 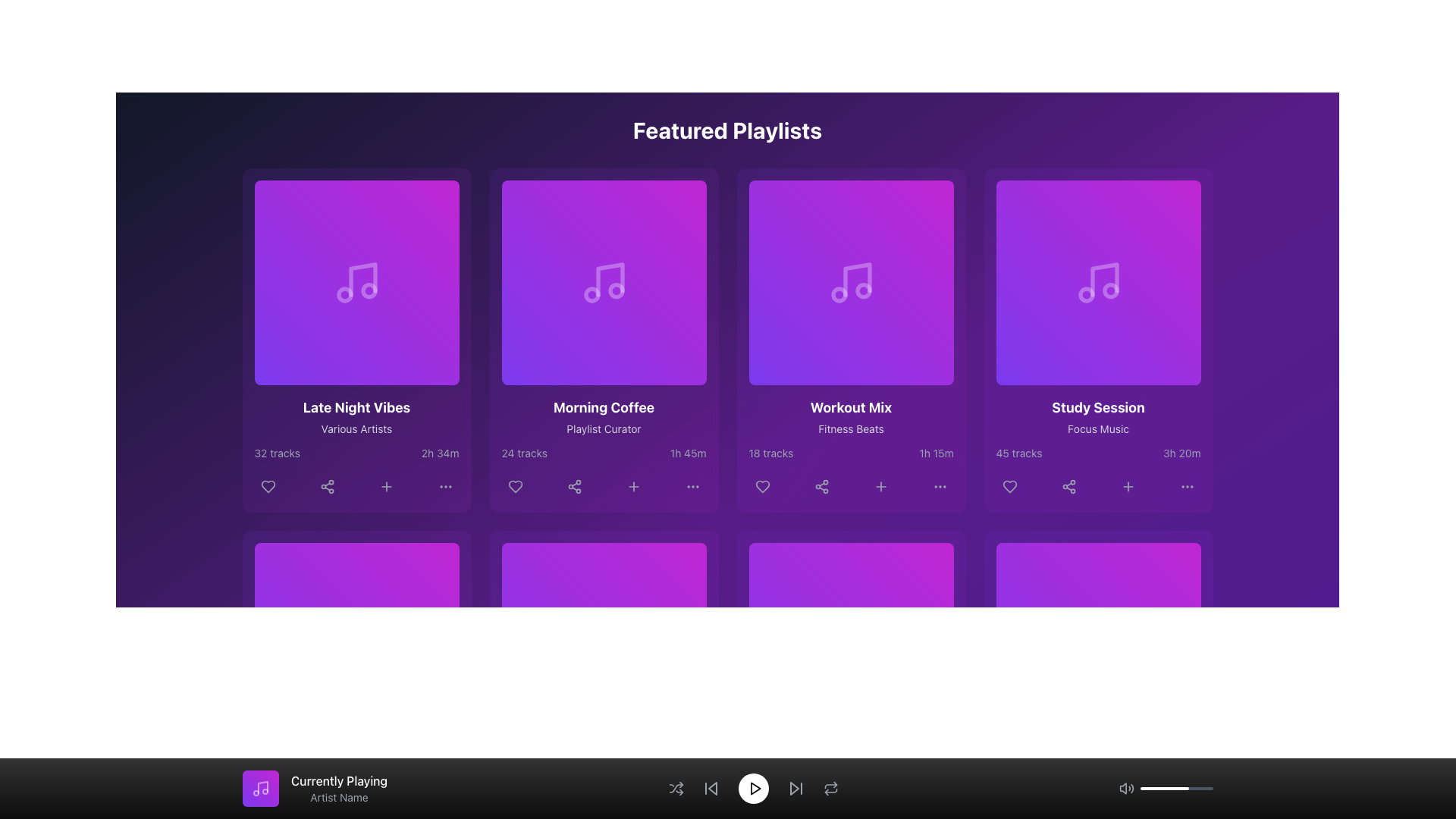 I want to click on the shuffle icon, which is a gray icon representing shuffle functionality located at the bottom central control bar, so click(x=675, y=788).